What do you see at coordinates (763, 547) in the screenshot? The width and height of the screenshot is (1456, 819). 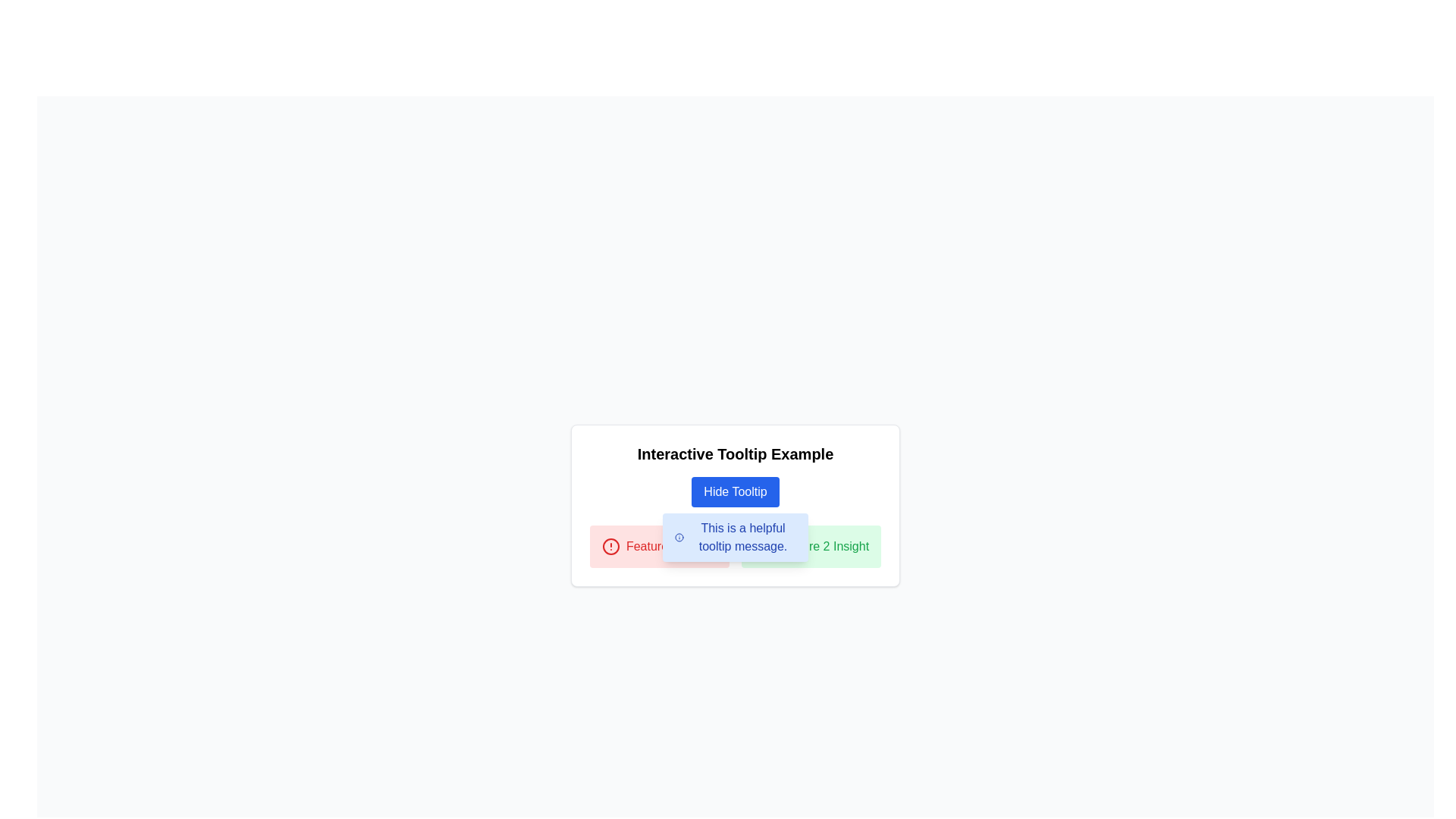 I see `the circular SVG icon featuring a green outline and a central '!' symbol, which is located to the left of the text 'Feature 2 Insight'` at bounding box center [763, 547].